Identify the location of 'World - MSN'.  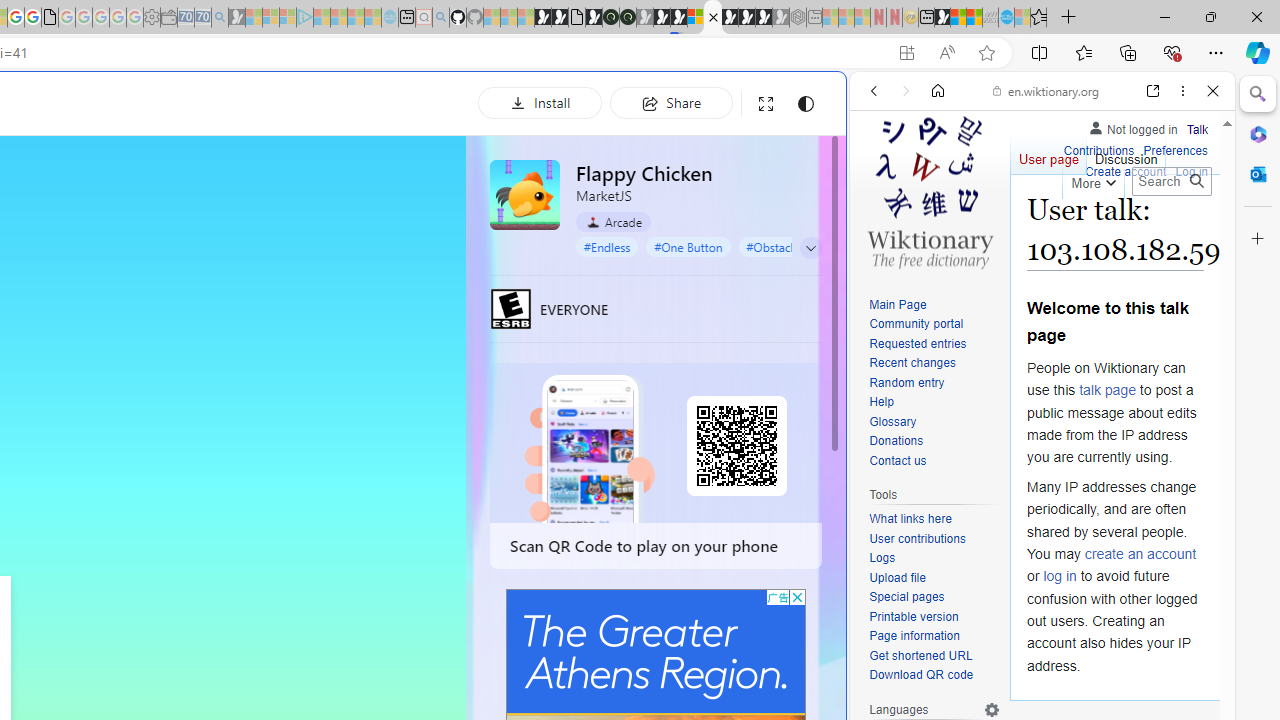
(957, 17).